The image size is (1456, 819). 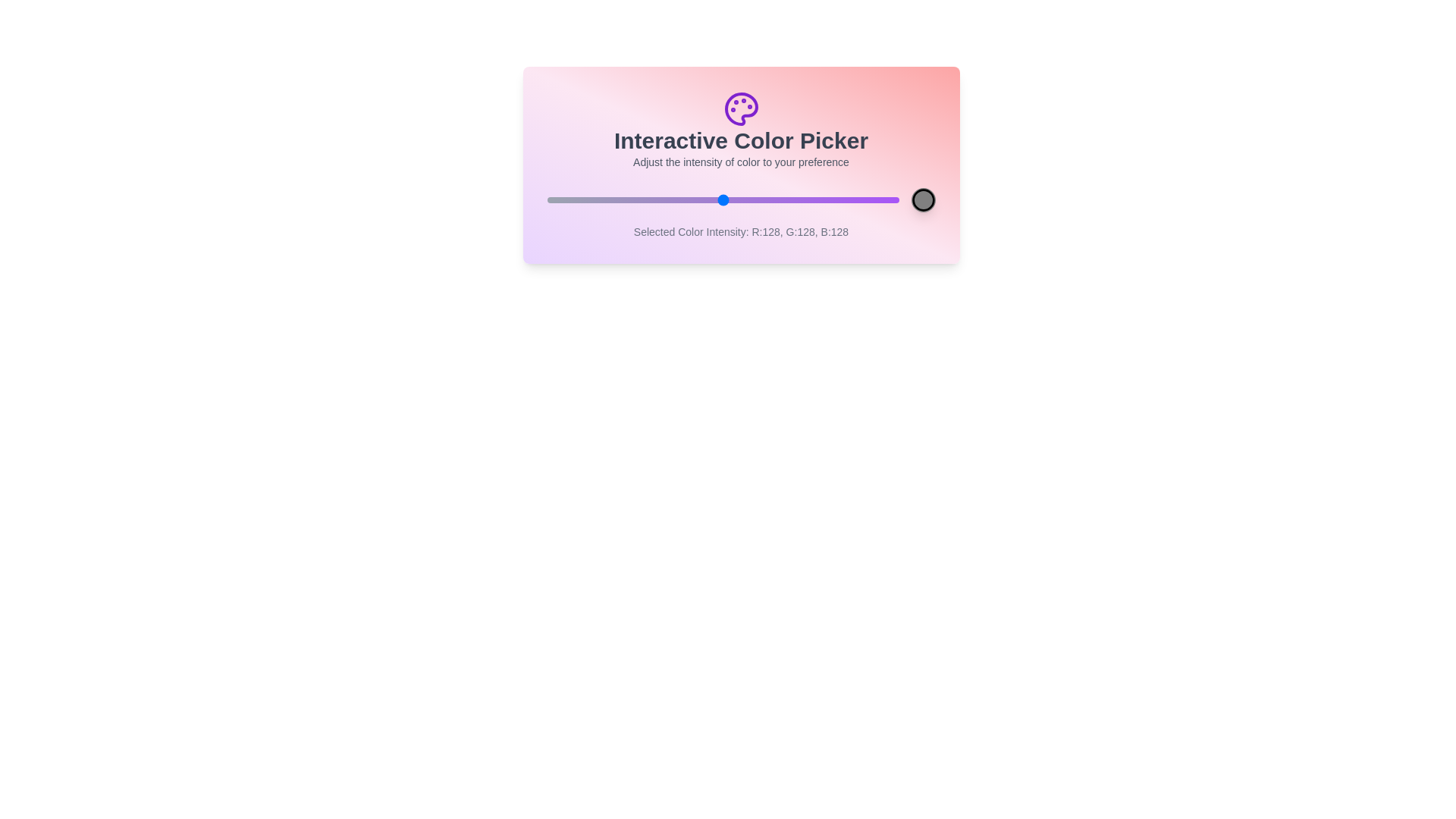 What do you see at coordinates (605, 199) in the screenshot?
I see `the slider to set the color intensity to 43` at bounding box center [605, 199].